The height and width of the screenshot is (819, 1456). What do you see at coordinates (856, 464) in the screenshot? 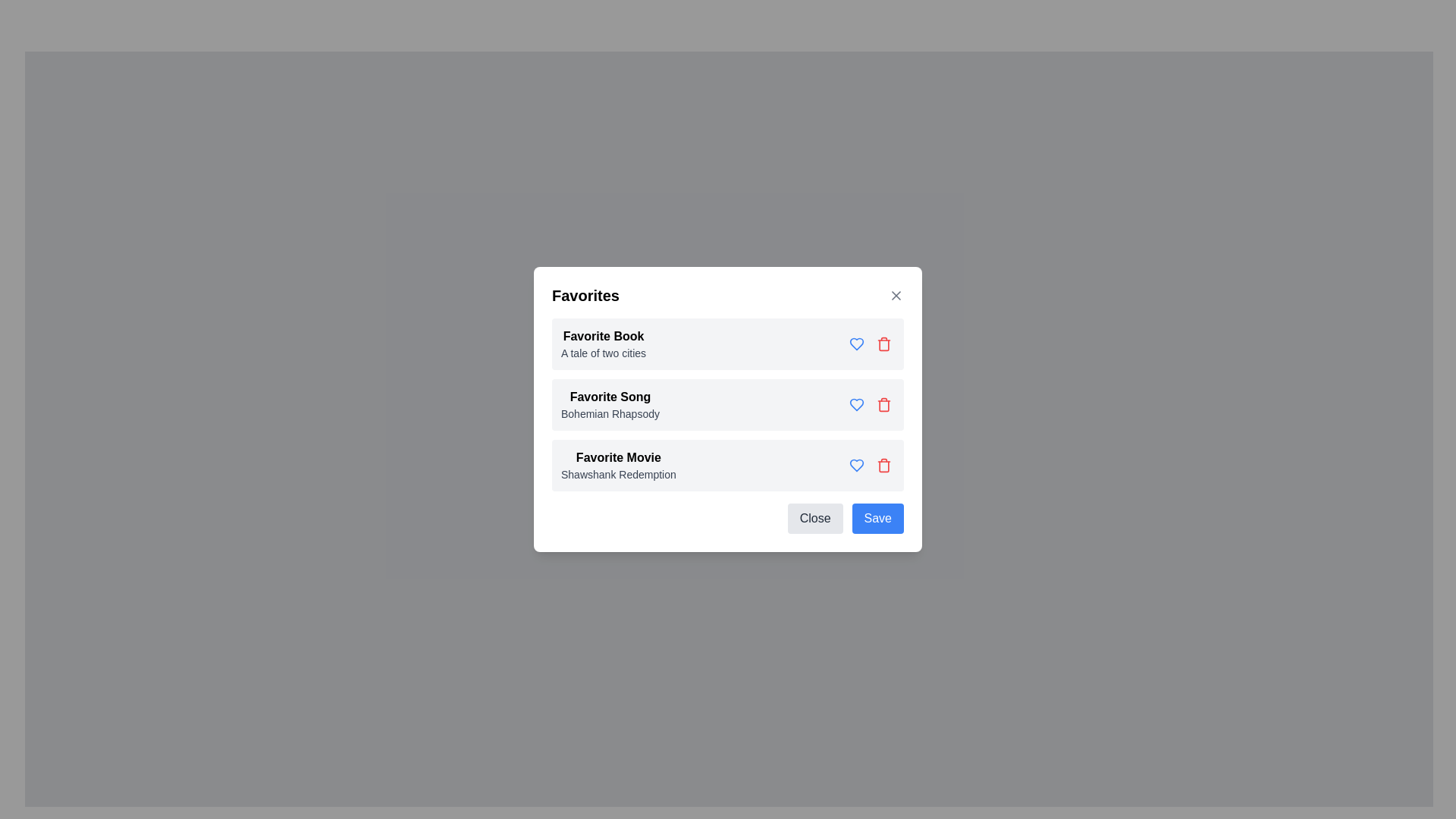
I see `the heart button located next to the text 'Favorite Movie' in the third row of the 'Favorites' modal dialog` at bounding box center [856, 464].